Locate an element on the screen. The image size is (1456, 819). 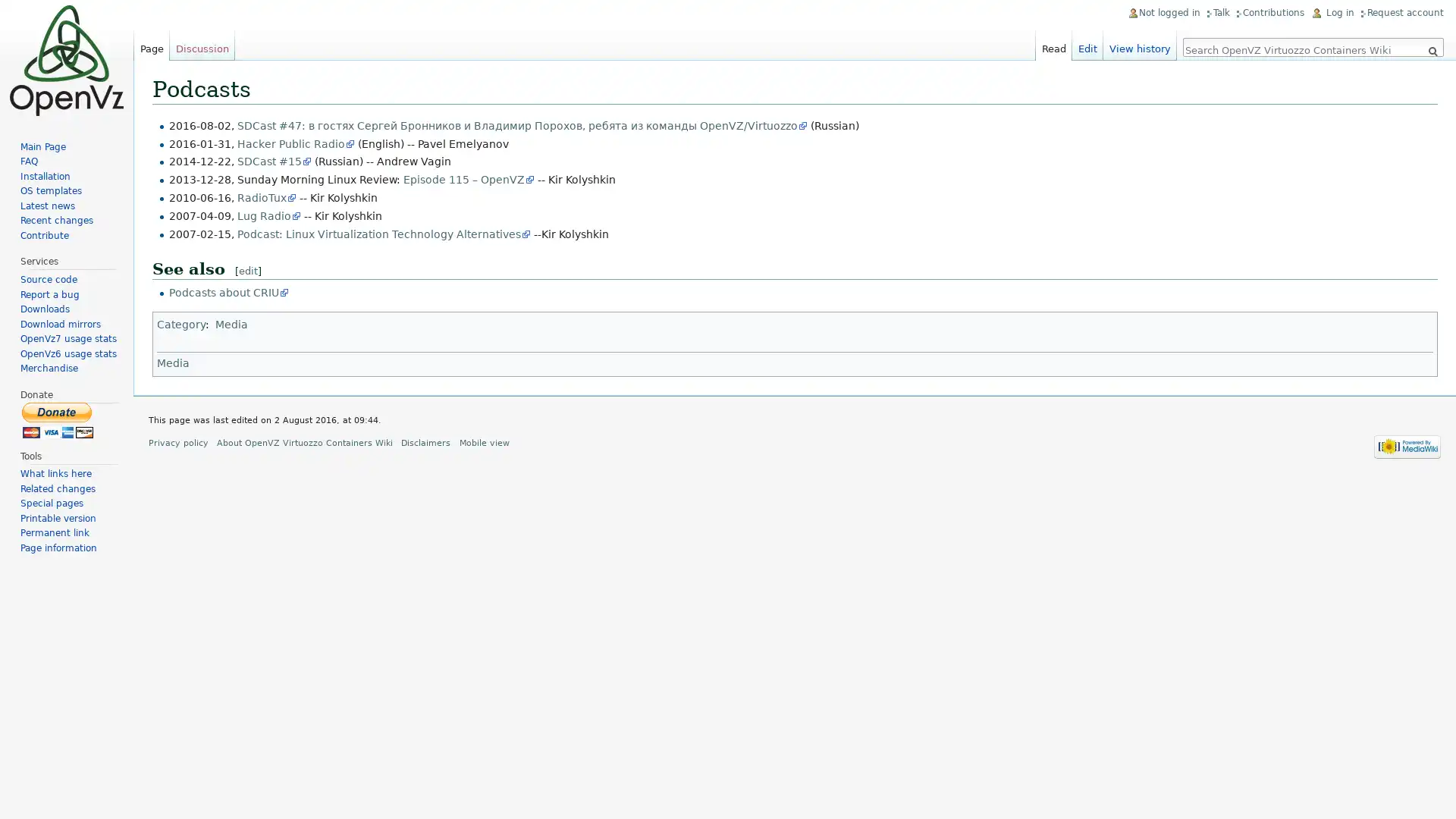
Go is located at coordinates (1432, 51).